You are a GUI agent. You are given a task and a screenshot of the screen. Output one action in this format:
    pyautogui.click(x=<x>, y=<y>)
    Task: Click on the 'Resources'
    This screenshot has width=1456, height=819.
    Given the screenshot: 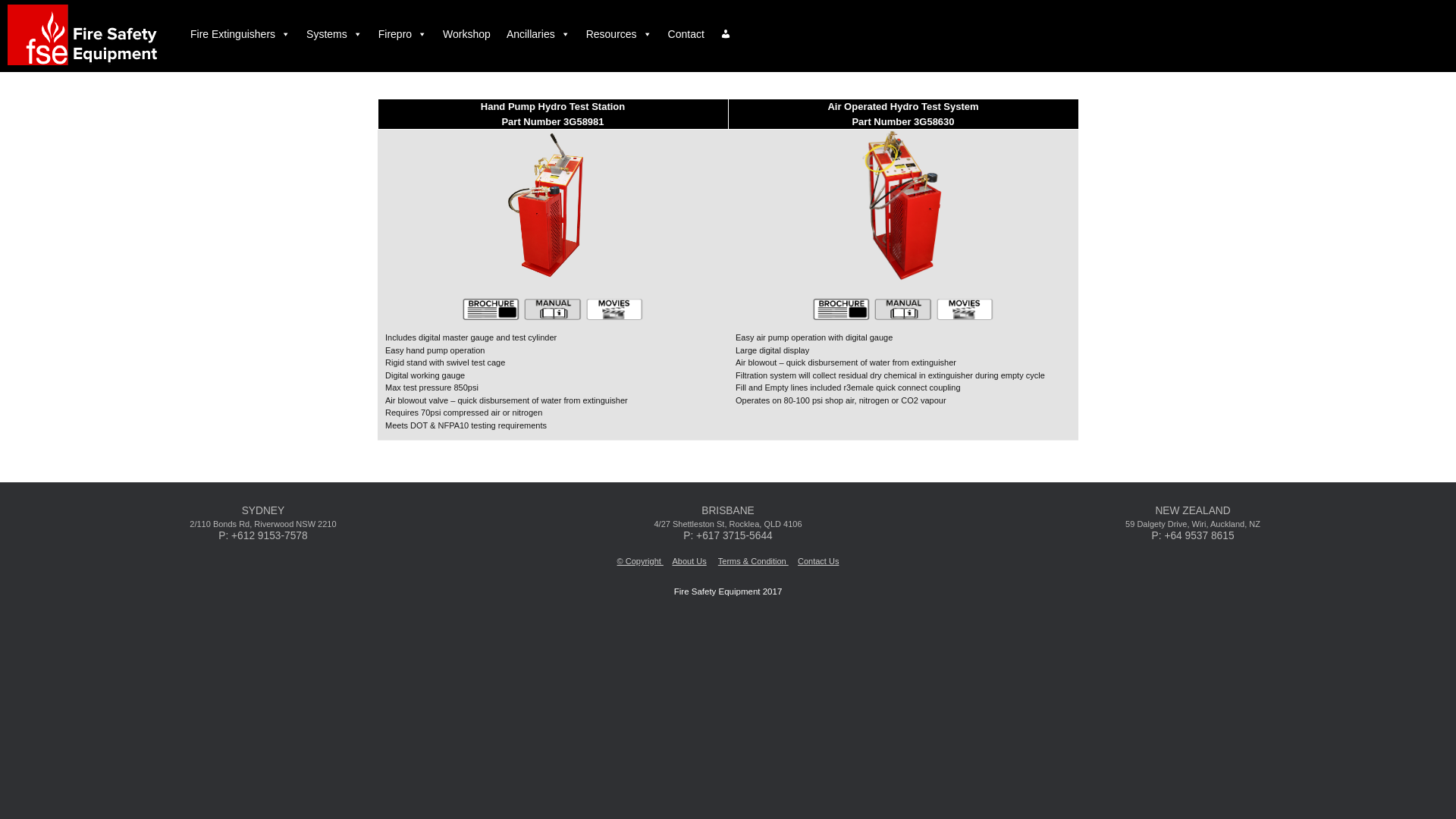 What is the action you would take?
    pyautogui.click(x=619, y=34)
    